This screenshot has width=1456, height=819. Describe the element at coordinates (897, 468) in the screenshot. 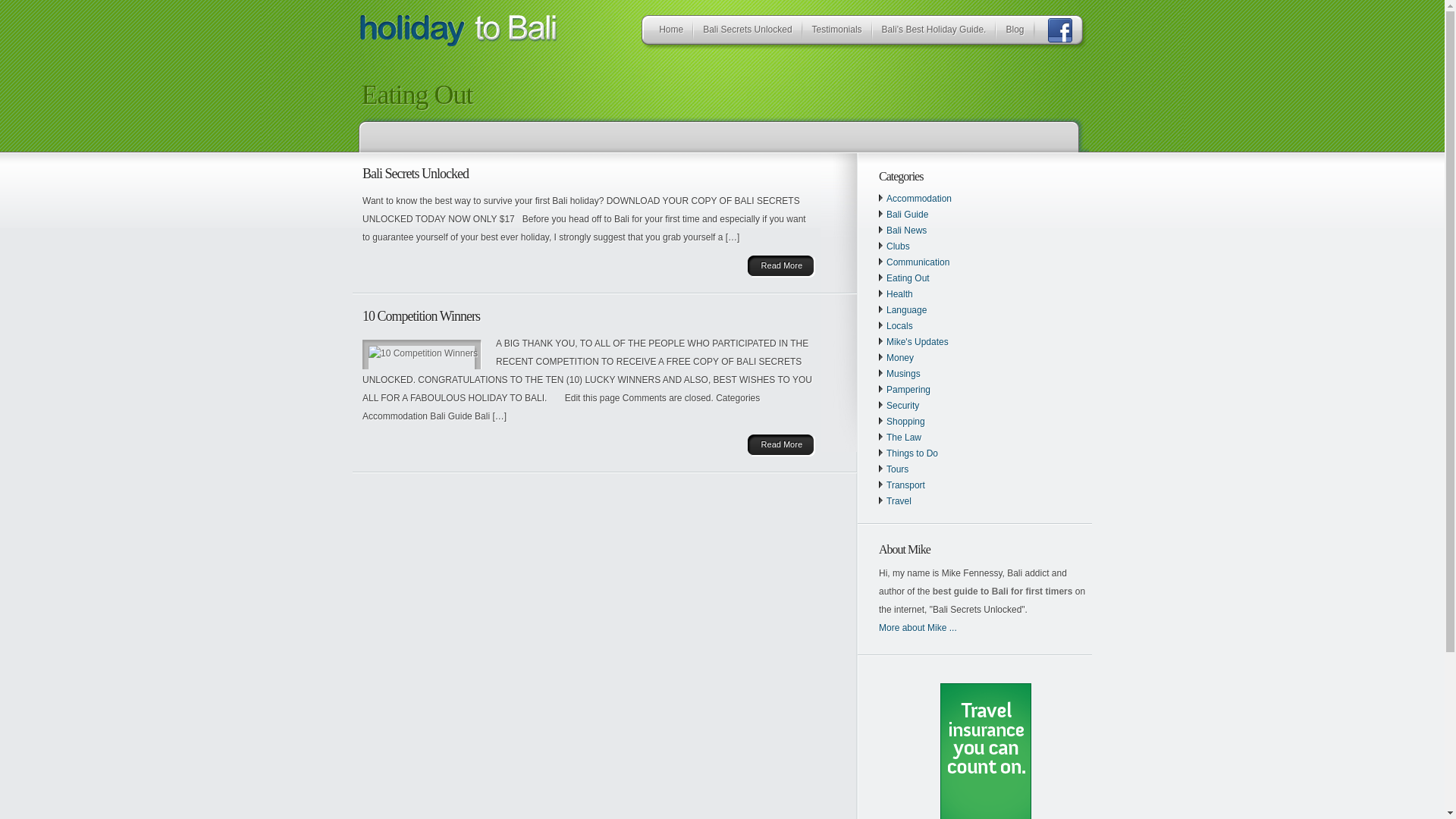

I see `'Tours'` at that location.